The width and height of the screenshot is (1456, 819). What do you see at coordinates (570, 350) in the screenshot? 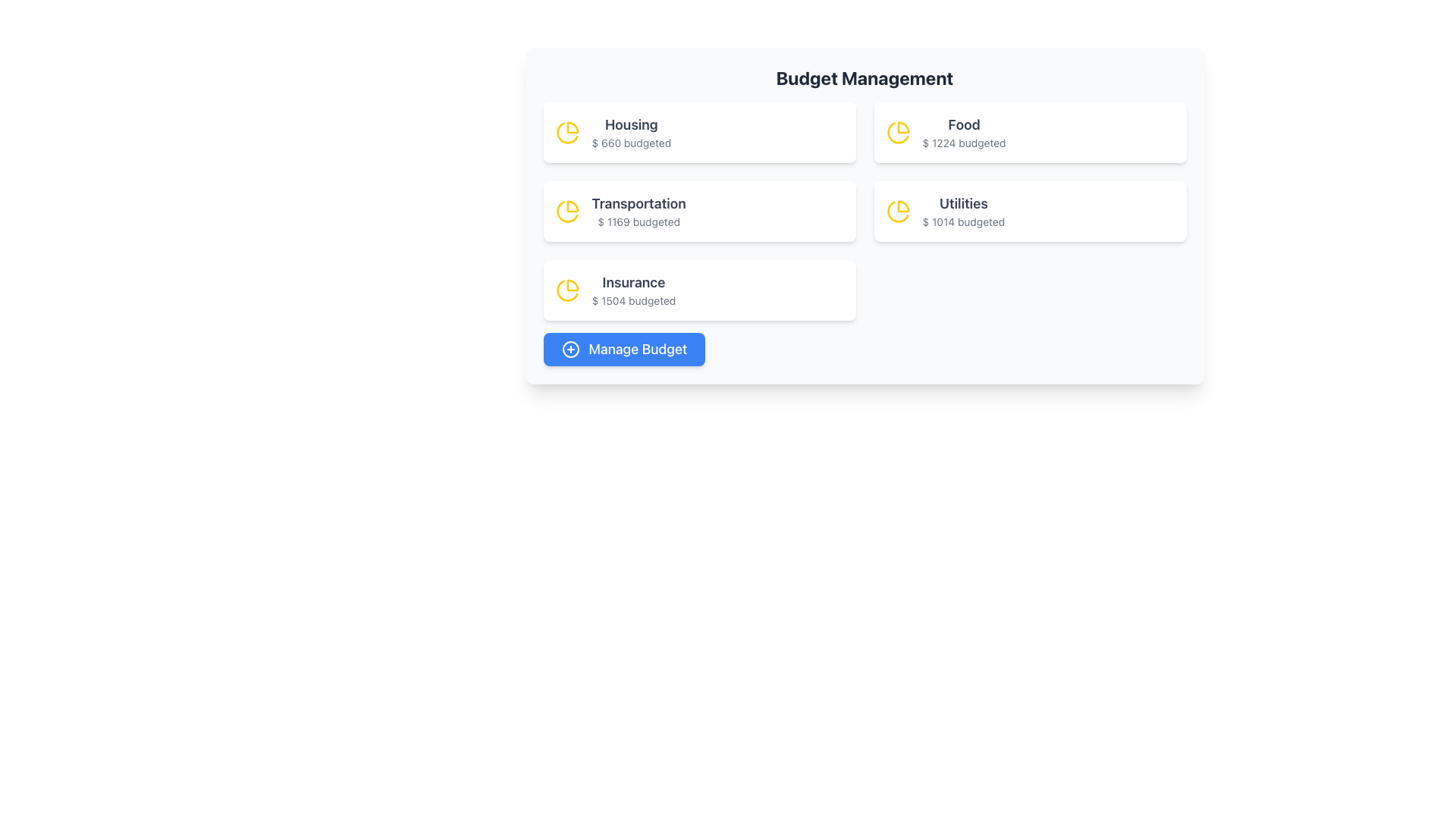
I see `the icon` at bounding box center [570, 350].